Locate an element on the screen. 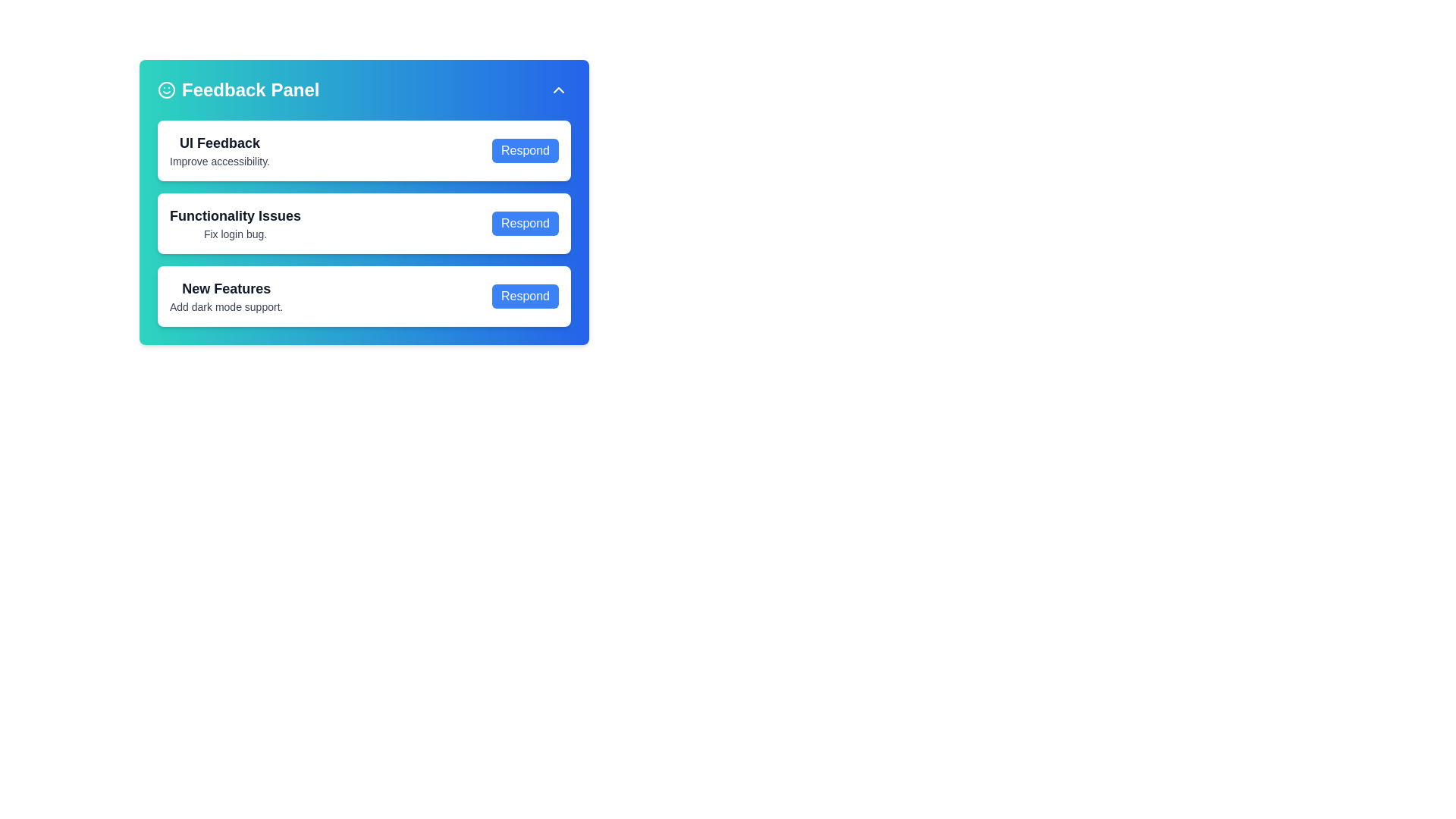  the button labeled 'UI Feedback' located at the far right of the feedback panel to initiate a response is located at coordinates (525, 151).